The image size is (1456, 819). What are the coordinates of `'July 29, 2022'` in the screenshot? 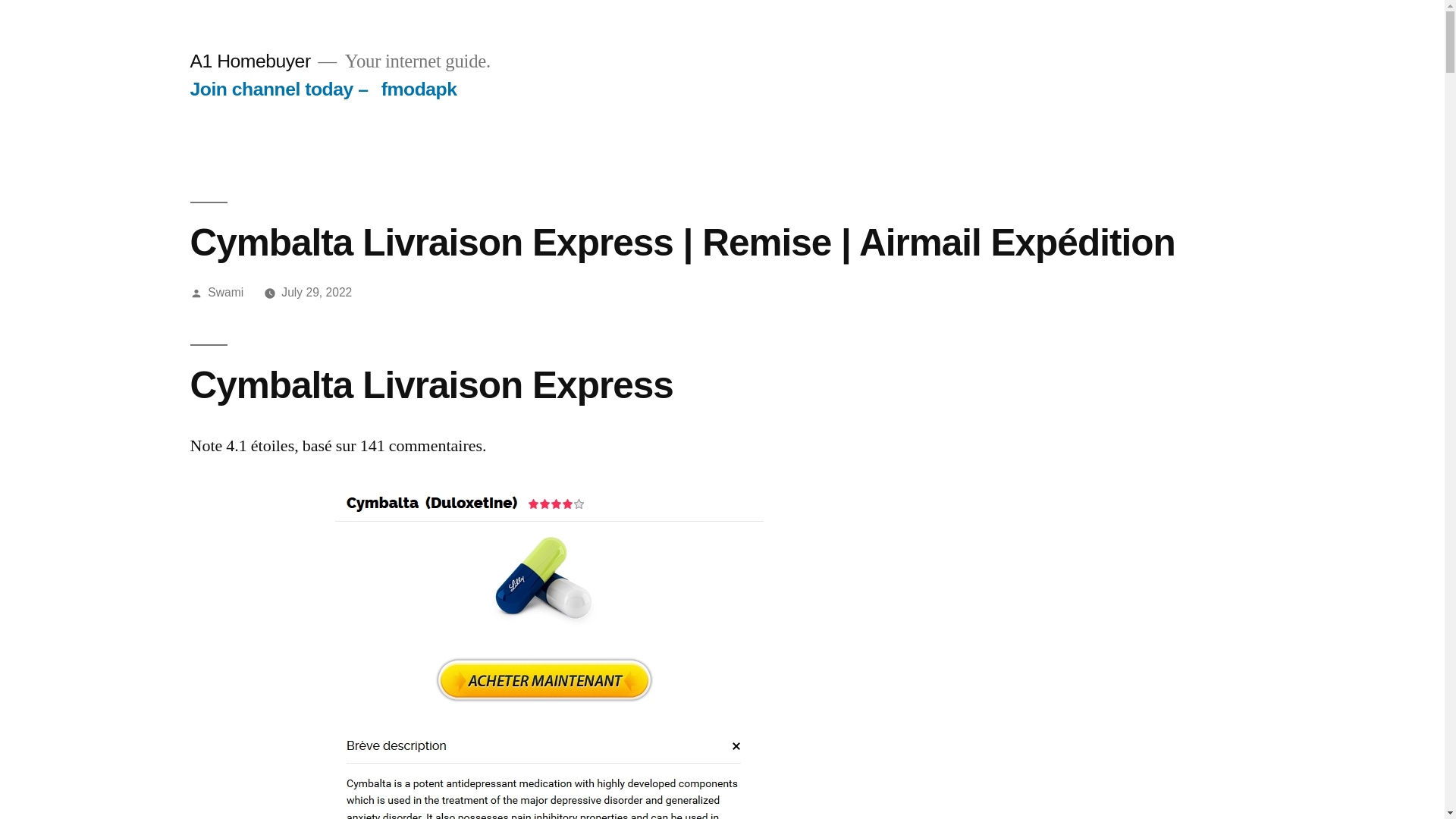 It's located at (315, 292).